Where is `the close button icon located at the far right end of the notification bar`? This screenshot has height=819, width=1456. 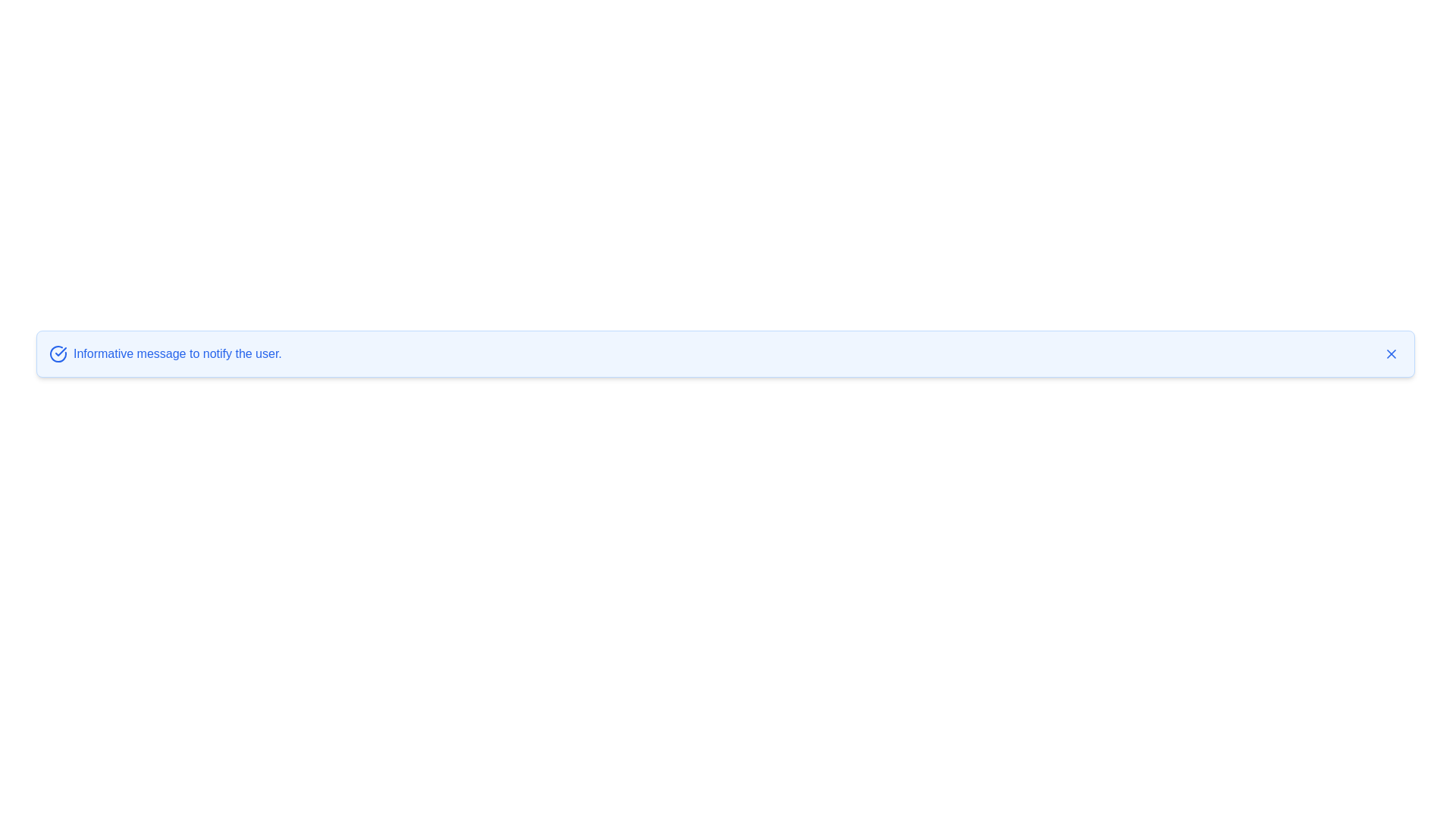
the close button icon located at the far right end of the notification bar is located at coordinates (1391, 353).